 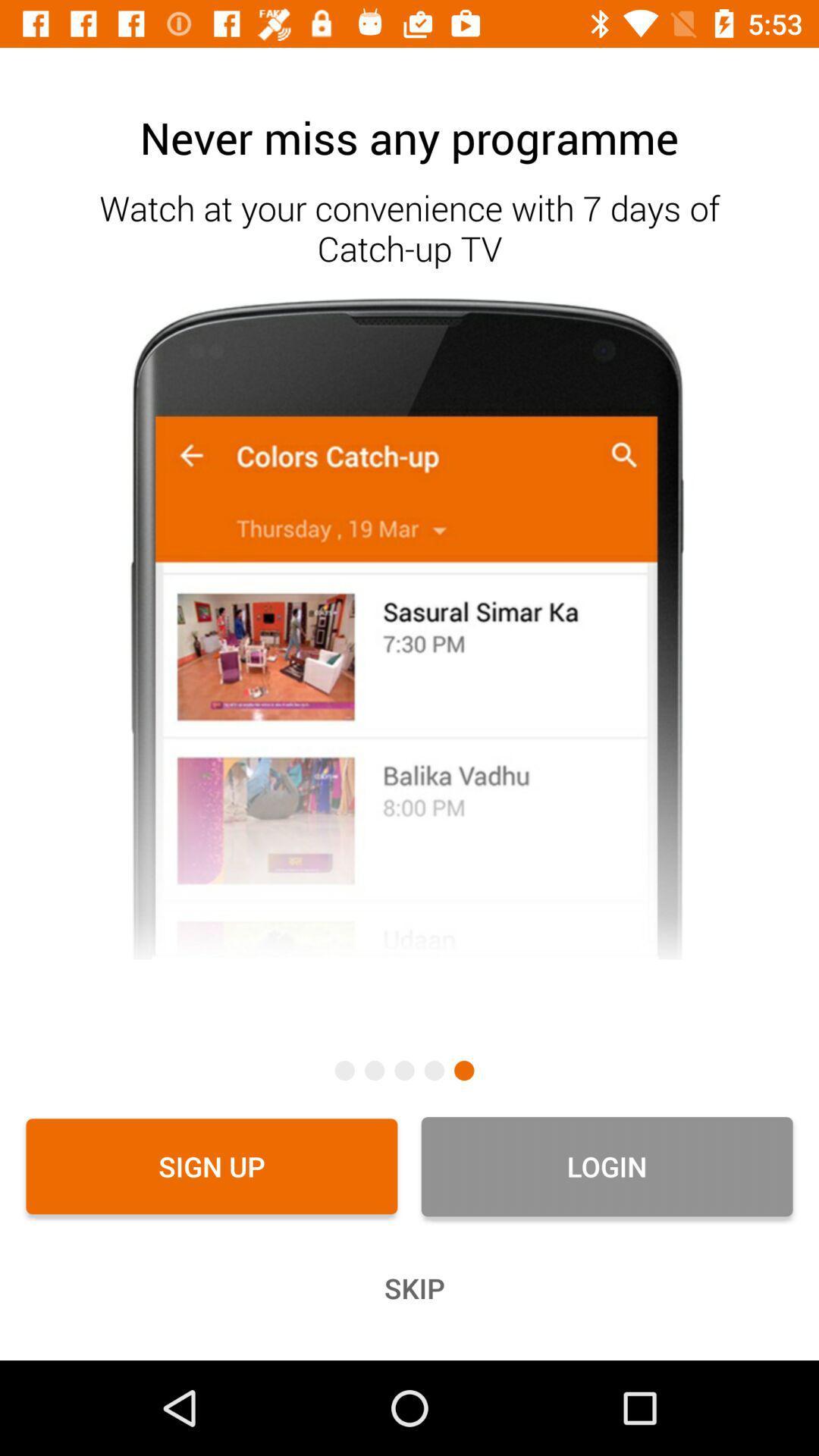 What do you see at coordinates (606, 1166) in the screenshot?
I see `icon at the bottom right corner` at bounding box center [606, 1166].